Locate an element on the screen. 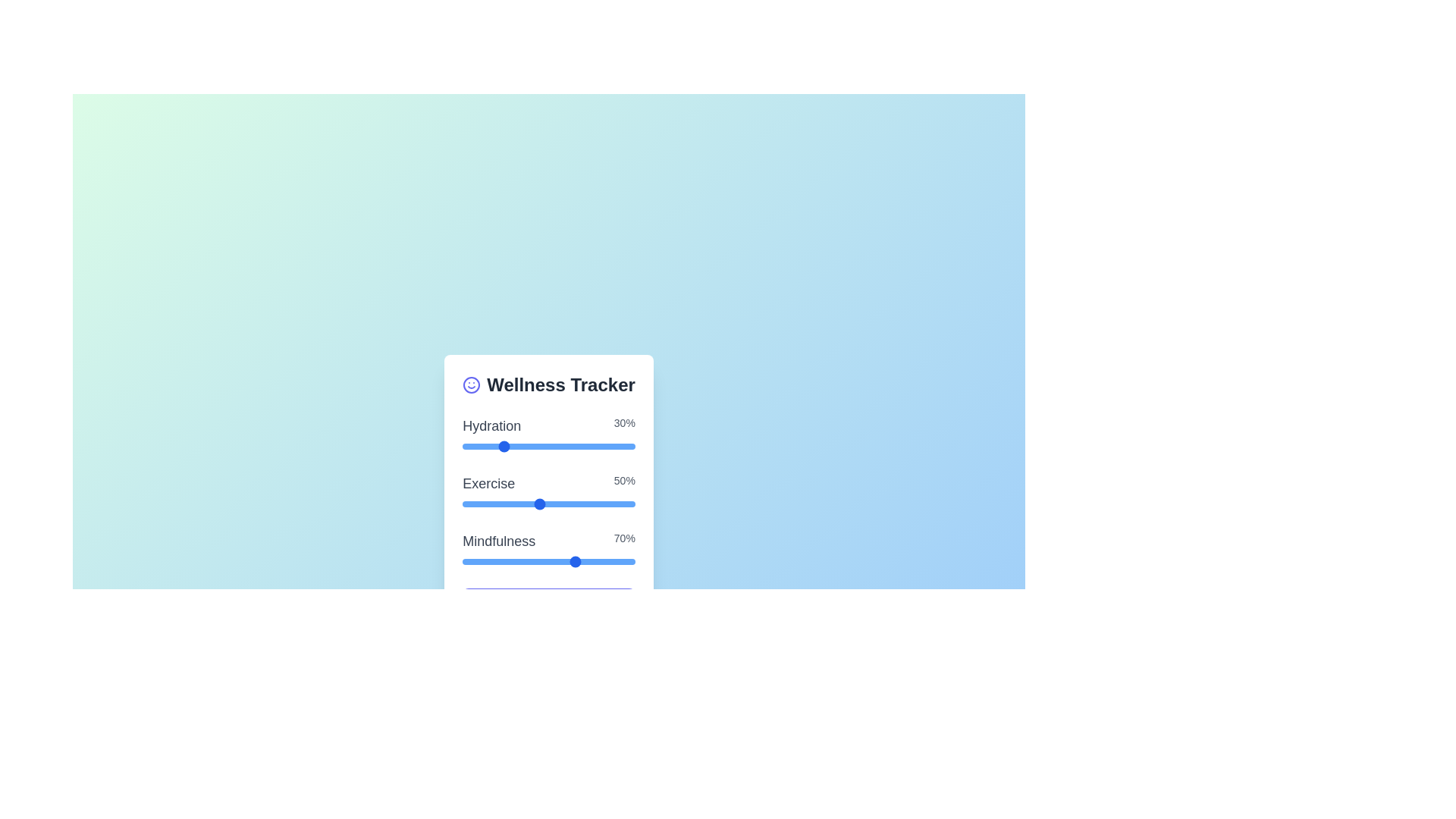 The image size is (1456, 819). the 'Mindfulness' slider to set its value to 7 is located at coordinates (576, 561).